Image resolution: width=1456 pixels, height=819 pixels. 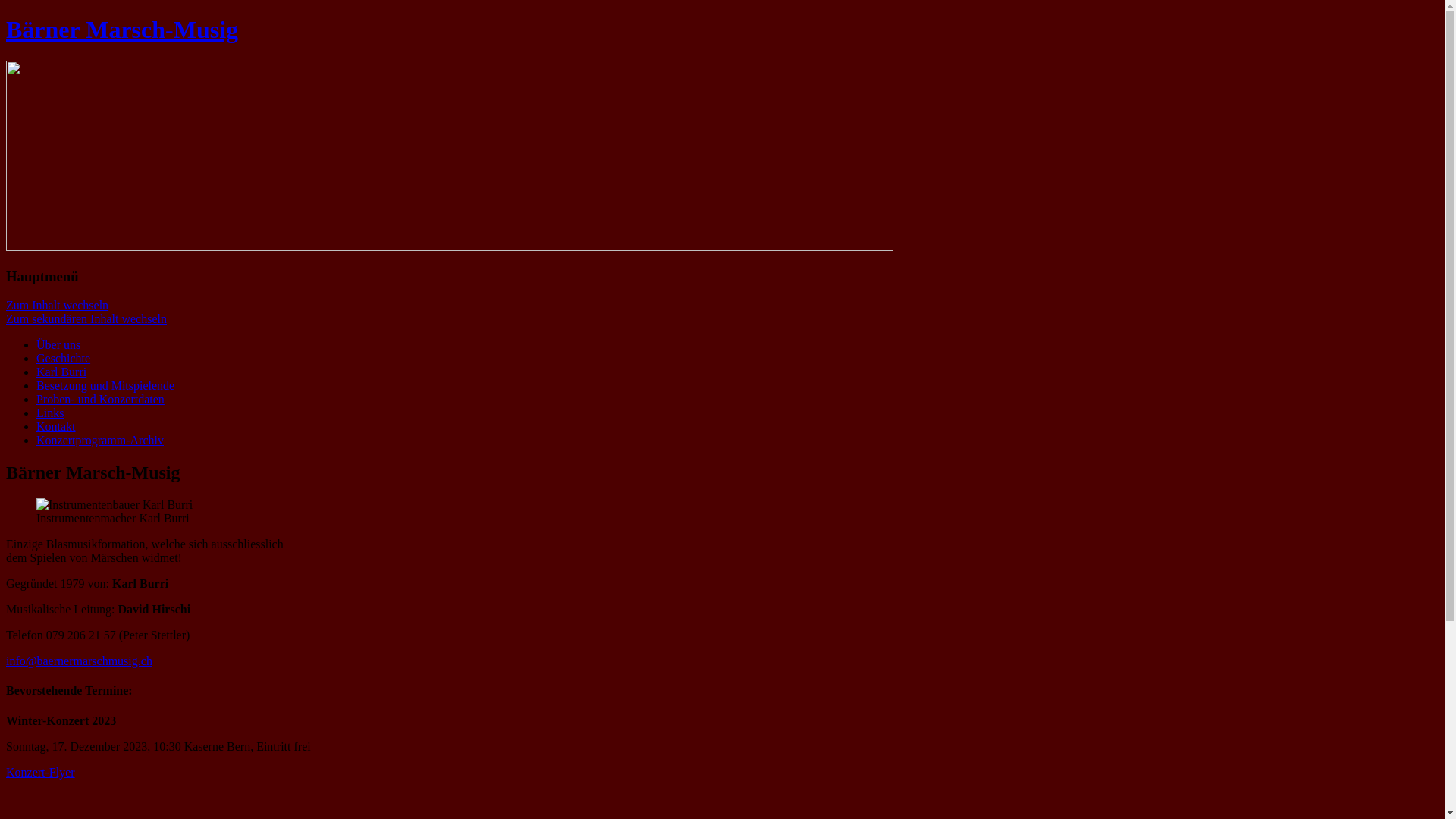 What do you see at coordinates (55, 426) in the screenshot?
I see `'Kontakt'` at bounding box center [55, 426].